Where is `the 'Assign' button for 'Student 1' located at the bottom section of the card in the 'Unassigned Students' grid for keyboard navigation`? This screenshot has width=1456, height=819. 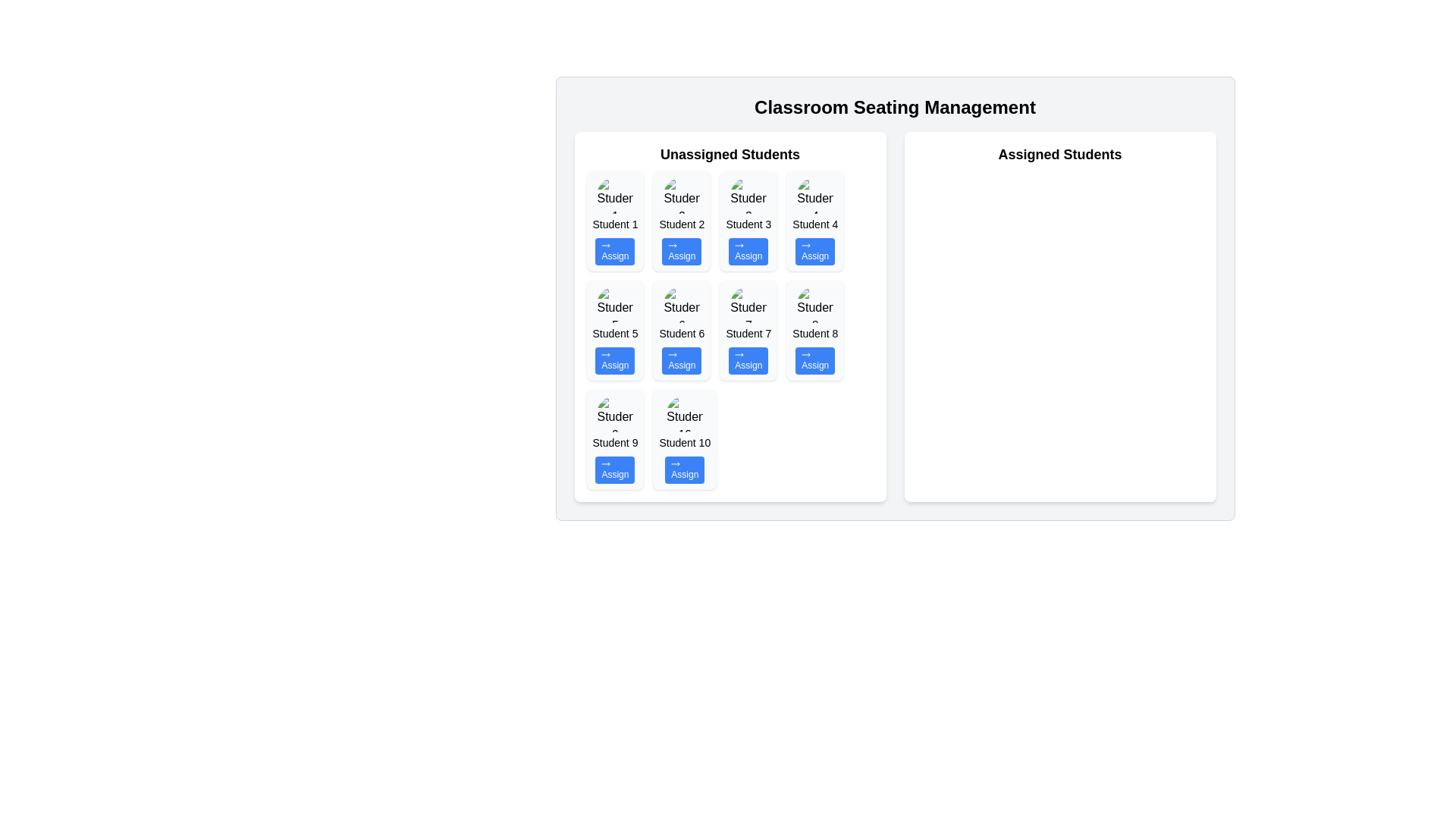
the 'Assign' button for 'Student 1' located at the bottom section of the card in the 'Unassigned Students' grid for keyboard navigation is located at coordinates (615, 250).